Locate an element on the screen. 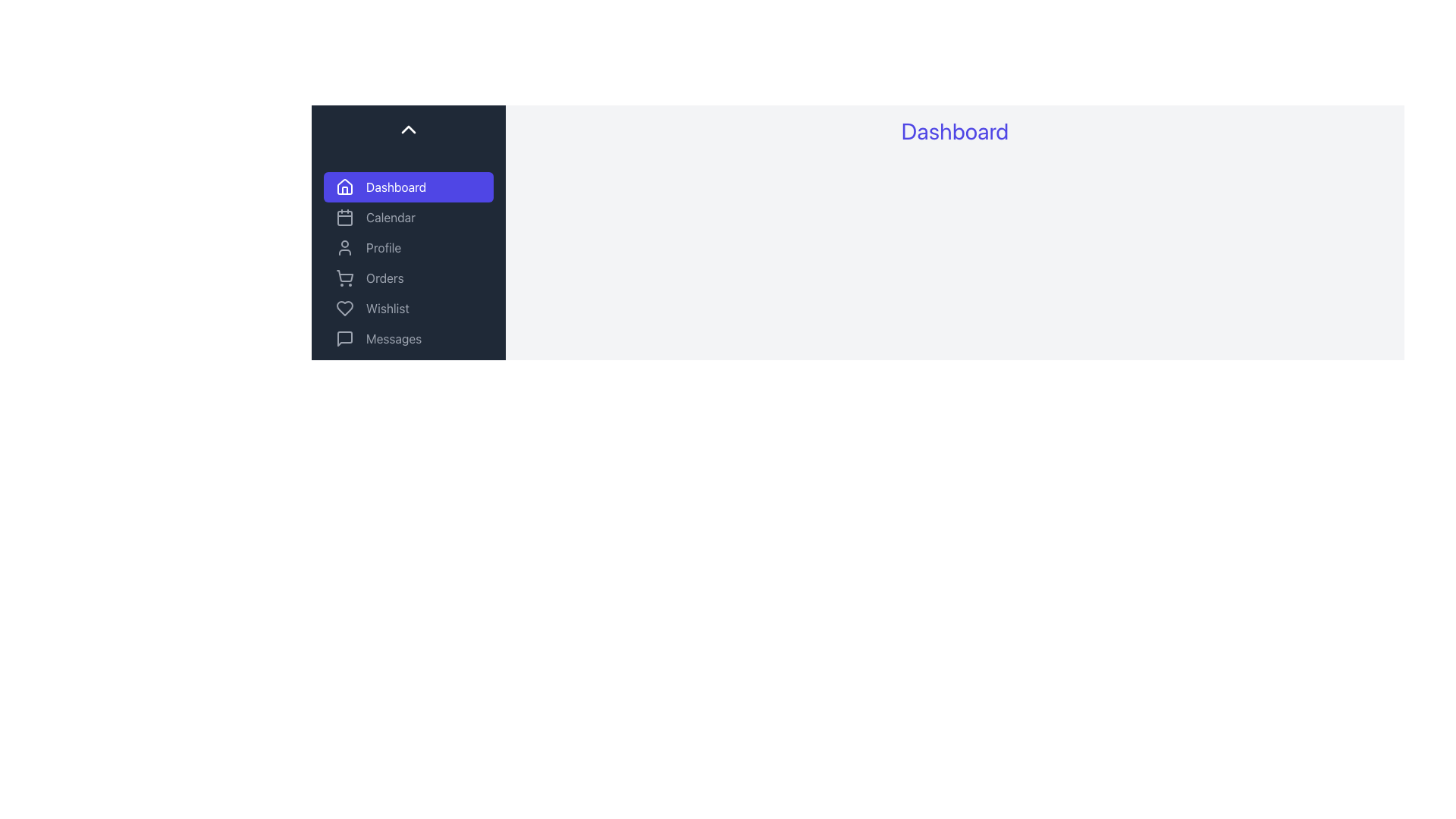  the wishlist or favorites icon located in the sidebar, which is the fifth item from the top, directly below the 'Orders' entry and above the 'Messages' entry is located at coordinates (344, 308).